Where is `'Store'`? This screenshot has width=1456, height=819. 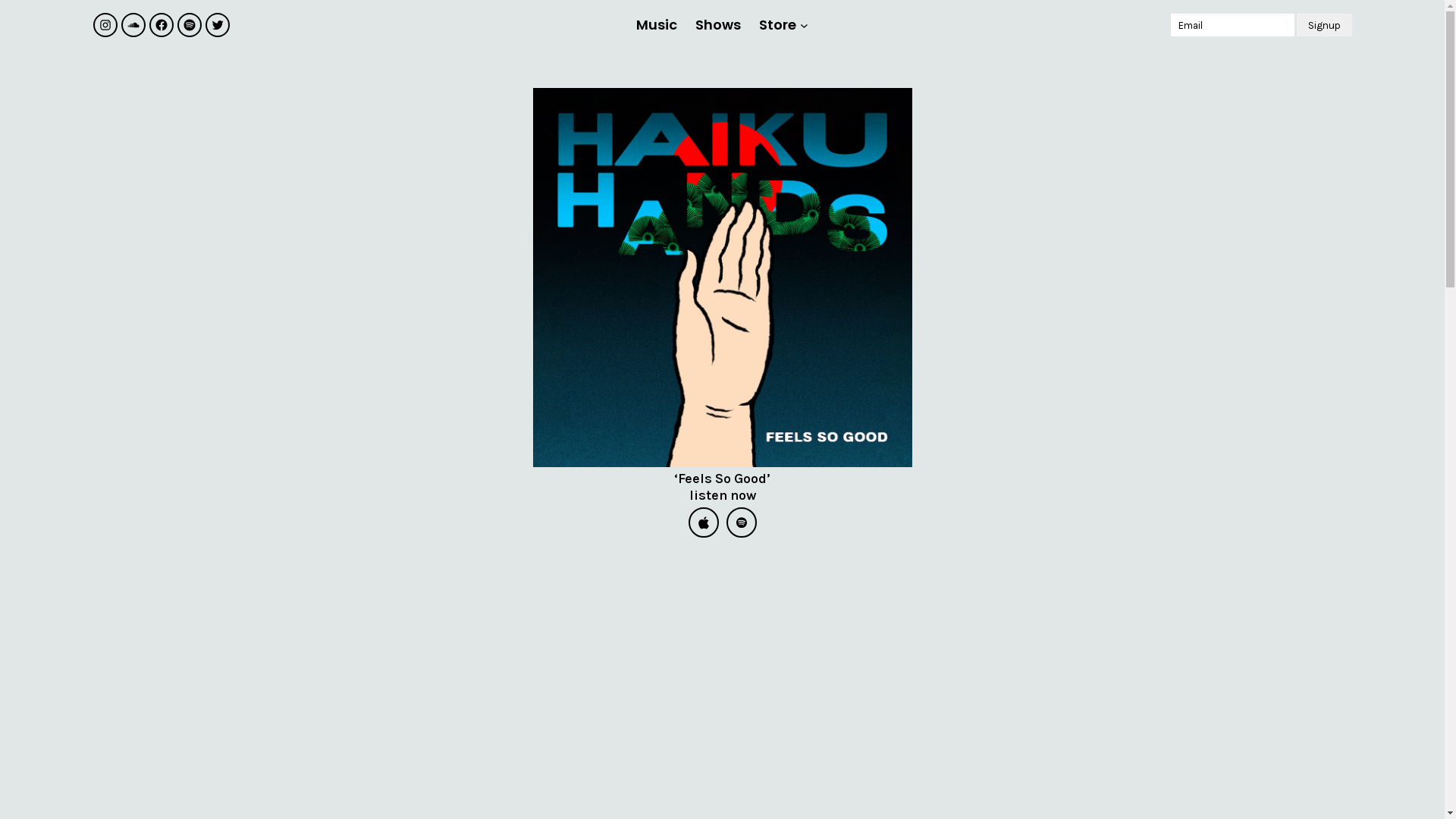 'Store' is located at coordinates (777, 25).